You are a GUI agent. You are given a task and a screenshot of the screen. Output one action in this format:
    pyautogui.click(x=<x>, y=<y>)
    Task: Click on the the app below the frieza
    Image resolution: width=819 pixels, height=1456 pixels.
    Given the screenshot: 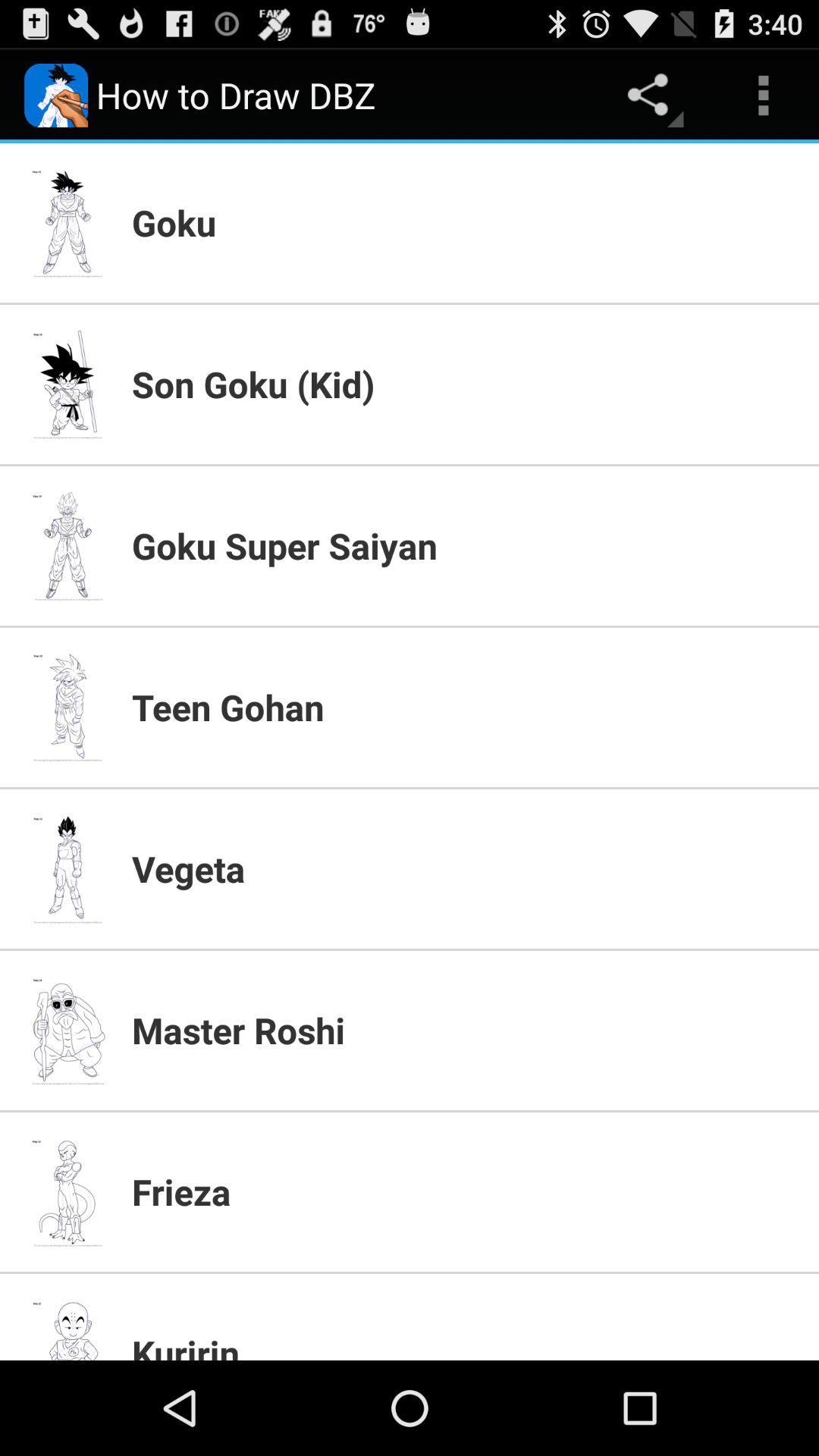 What is the action you would take?
    pyautogui.click(x=465, y=1345)
    